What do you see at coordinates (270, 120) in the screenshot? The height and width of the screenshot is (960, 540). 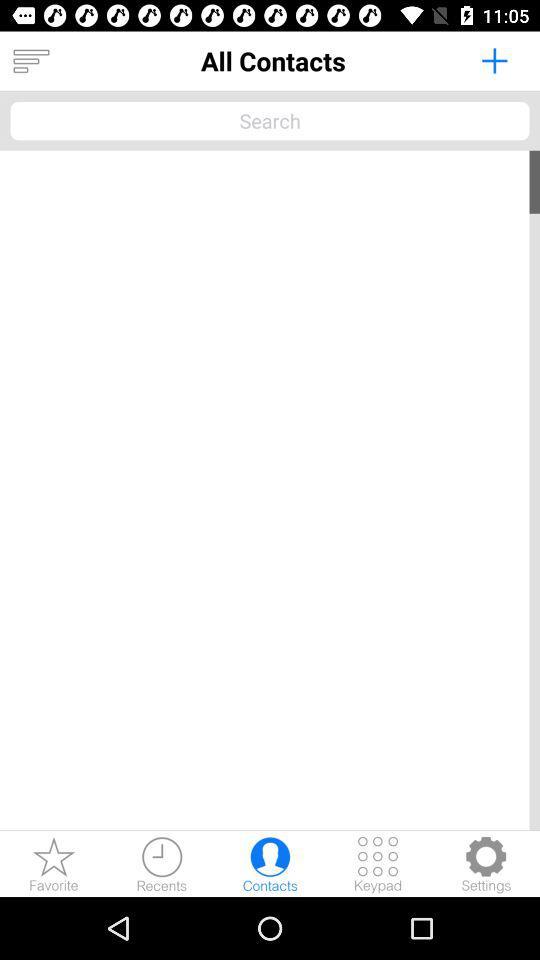 I see `search text` at bounding box center [270, 120].